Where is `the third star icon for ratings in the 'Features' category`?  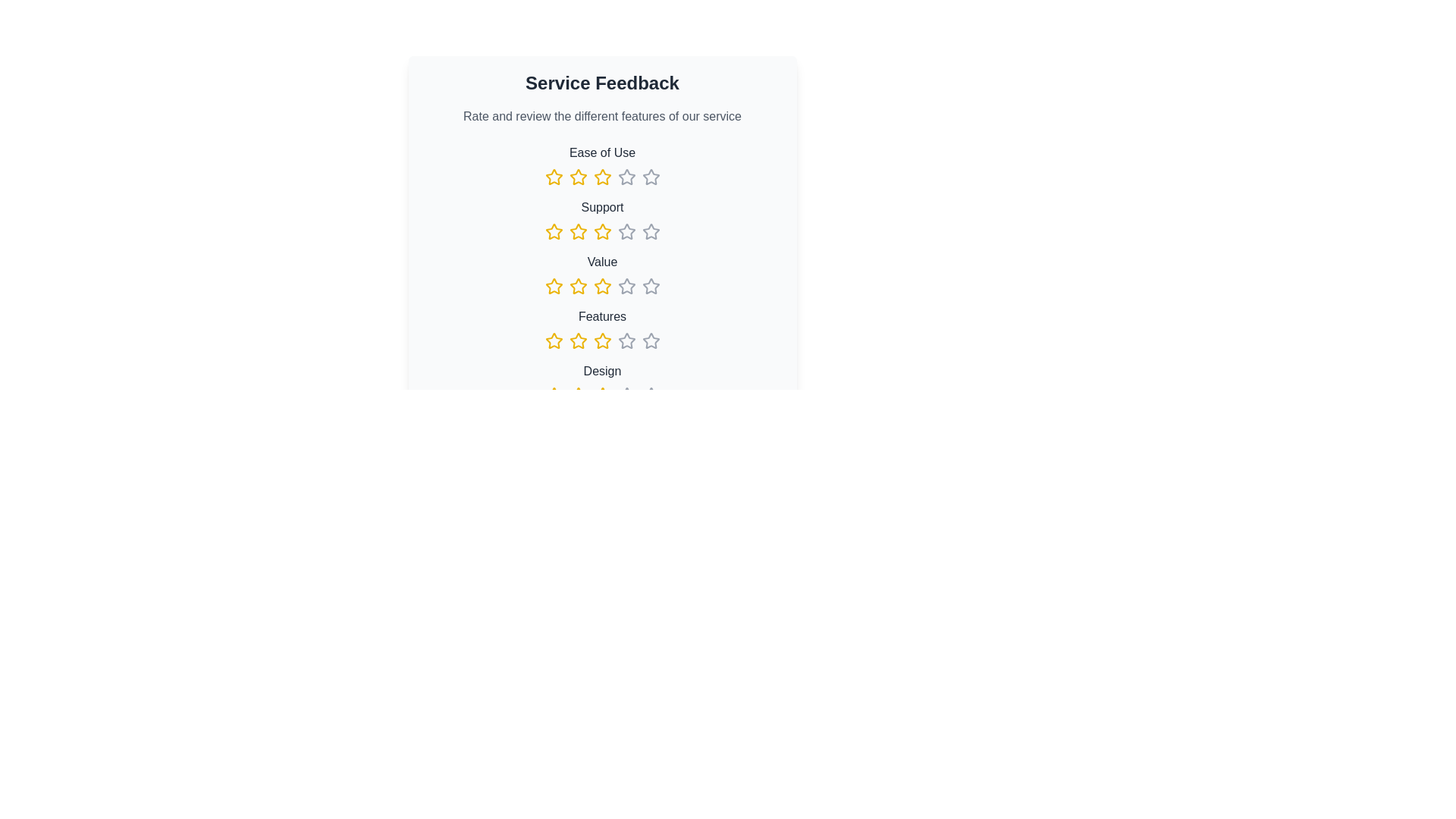 the third star icon for ratings in the 'Features' category is located at coordinates (577, 341).